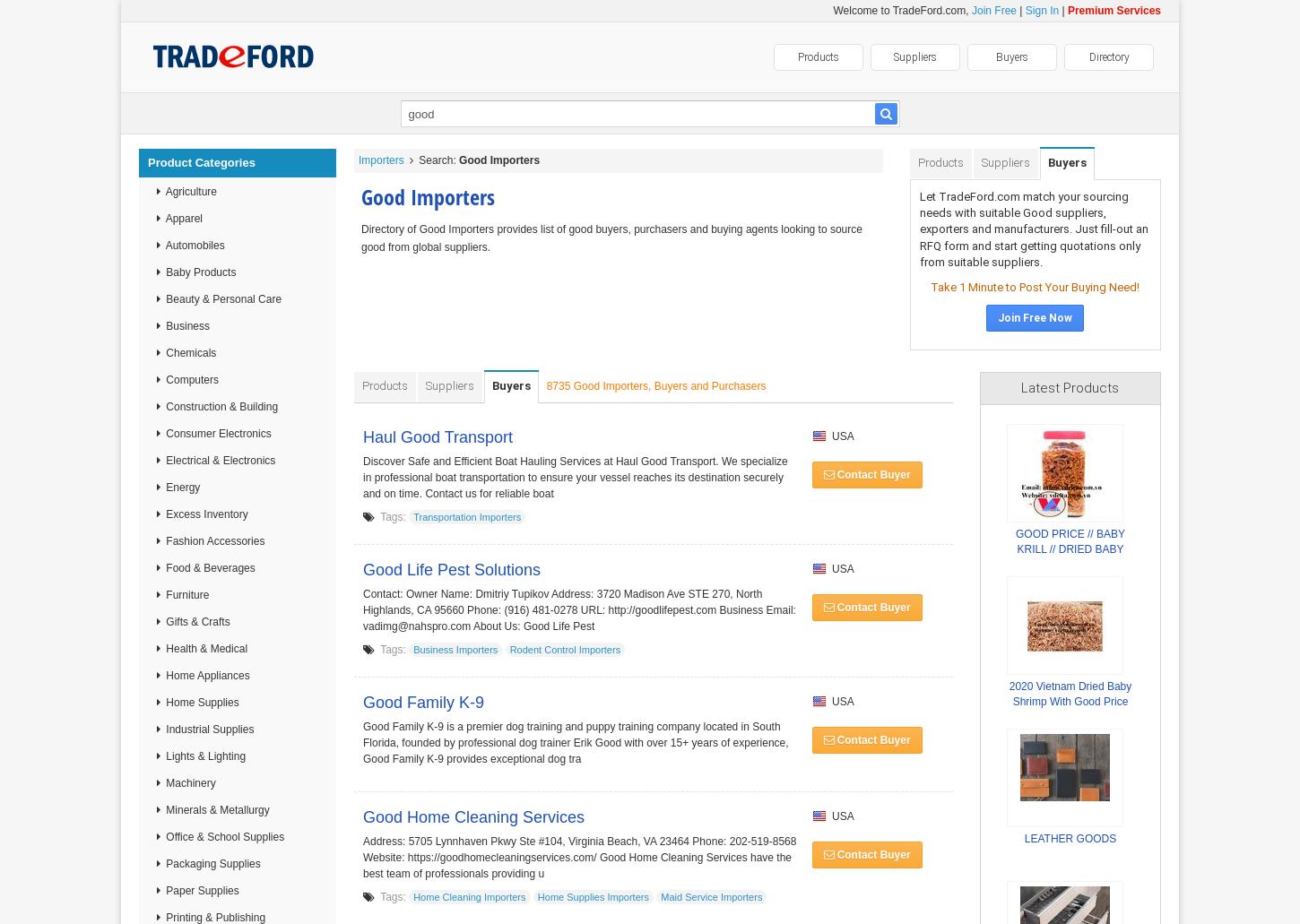 The height and width of the screenshot is (924, 1300). I want to click on 'Good Life Pest Solutions', so click(452, 570).